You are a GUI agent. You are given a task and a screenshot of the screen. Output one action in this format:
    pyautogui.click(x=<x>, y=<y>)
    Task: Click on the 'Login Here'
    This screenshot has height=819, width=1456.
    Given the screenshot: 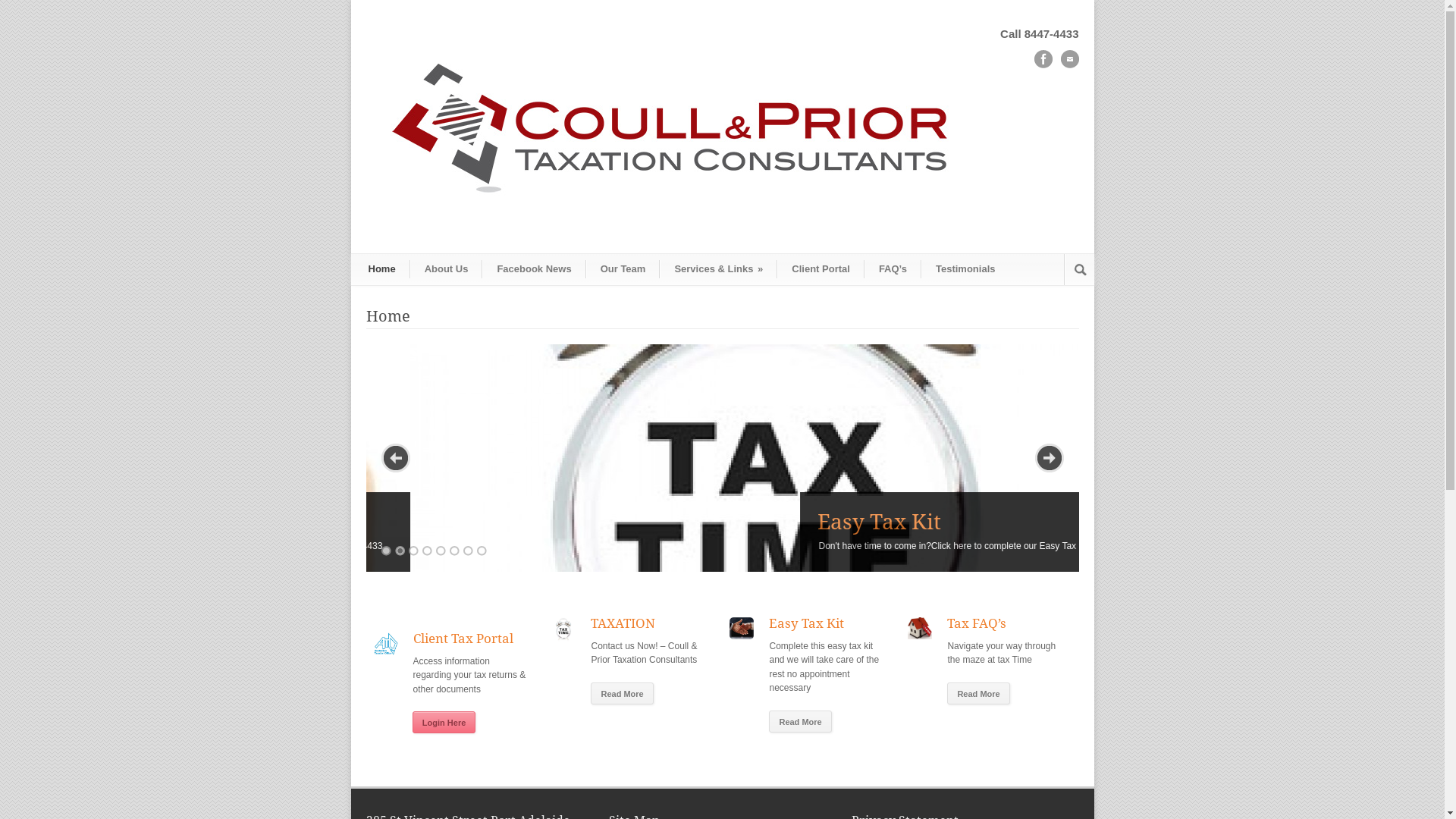 What is the action you would take?
    pyautogui.click(x=443, y=721)
    